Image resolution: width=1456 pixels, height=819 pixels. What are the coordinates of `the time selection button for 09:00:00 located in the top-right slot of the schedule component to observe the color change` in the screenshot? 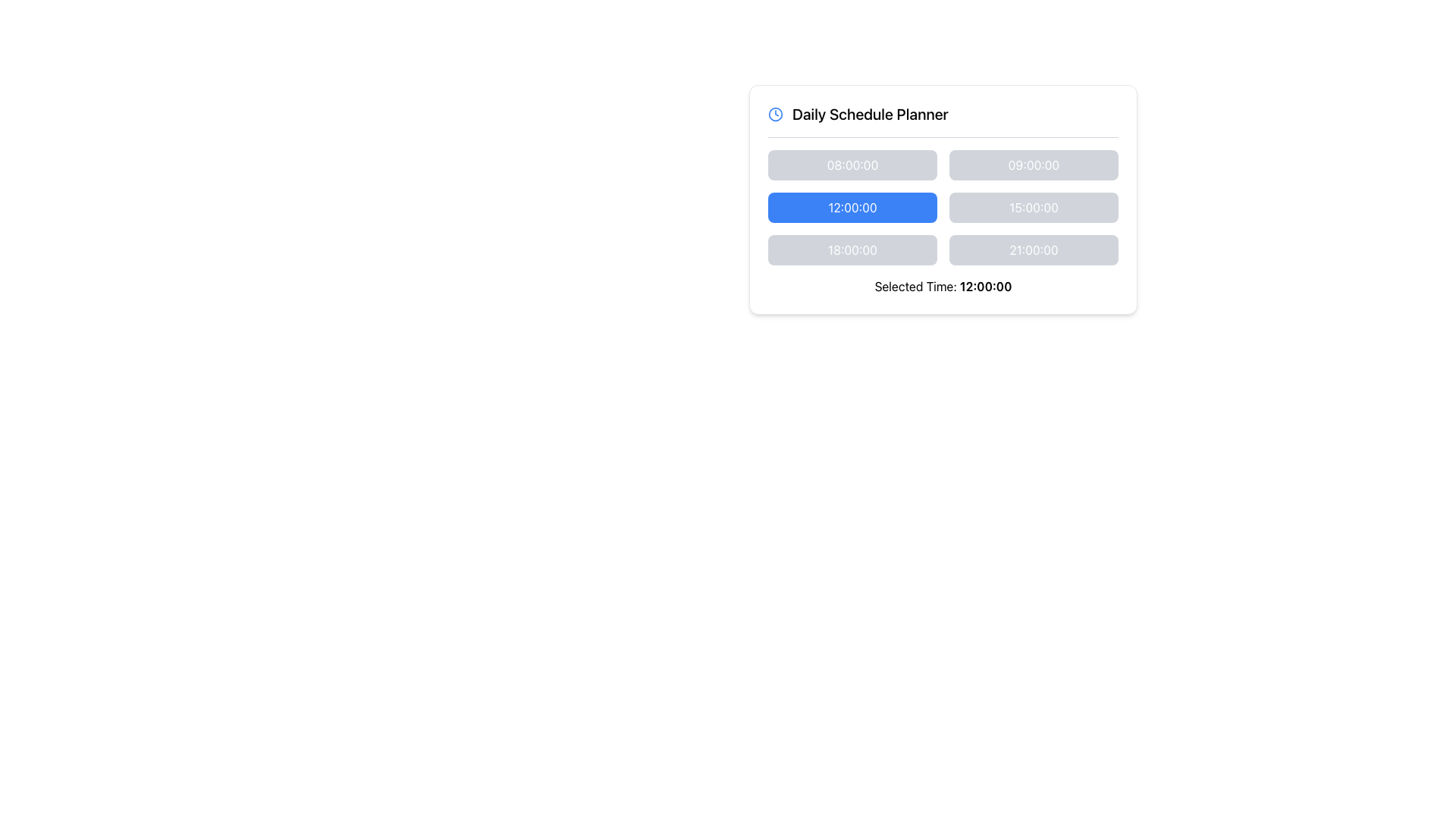 It's located at (1033, 165).